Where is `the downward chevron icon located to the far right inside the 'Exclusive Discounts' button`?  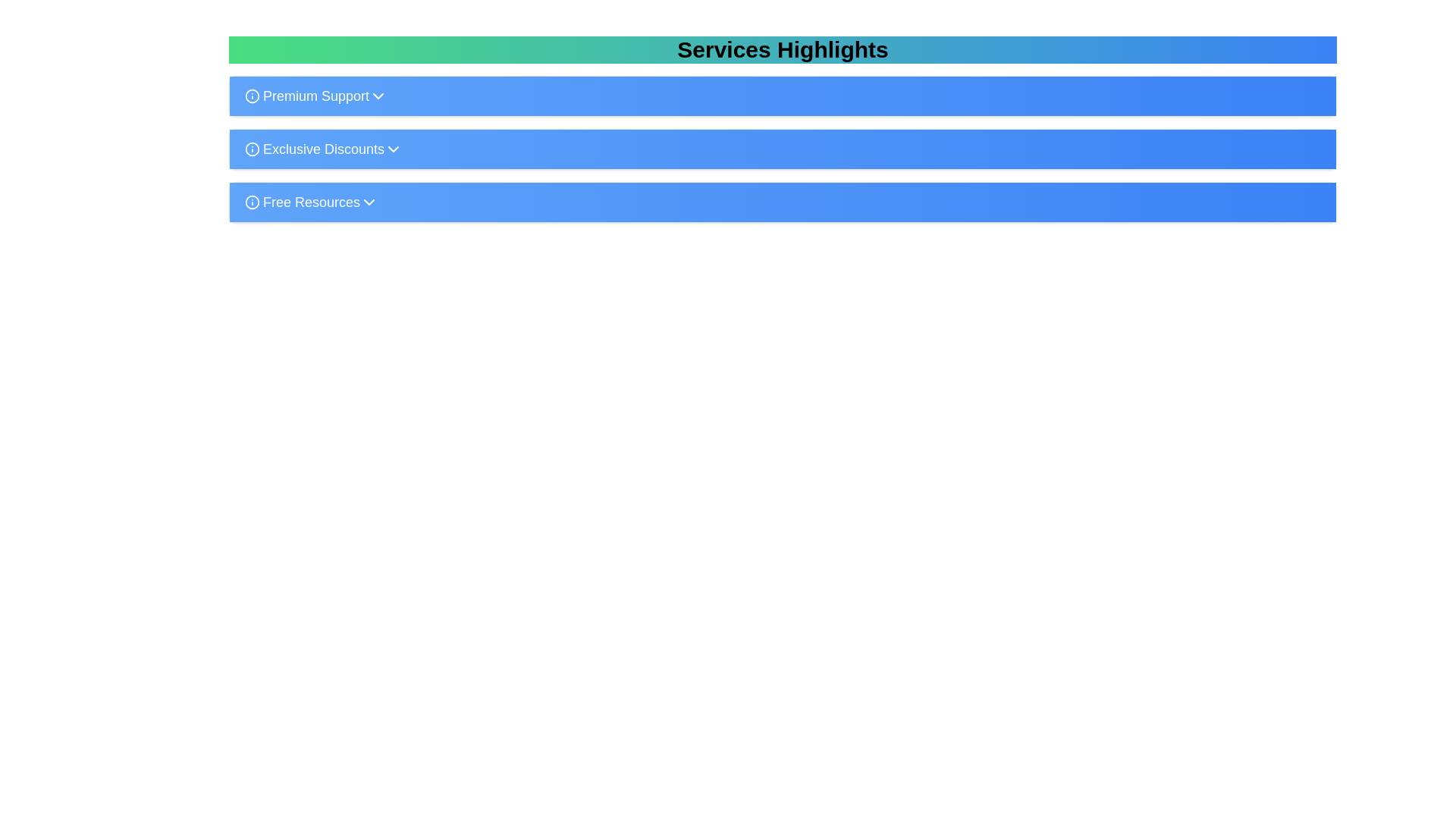 the downward chevron icon located to the far right inside the 'Exclusive Discounts' button is located at coordinates (393, 149).